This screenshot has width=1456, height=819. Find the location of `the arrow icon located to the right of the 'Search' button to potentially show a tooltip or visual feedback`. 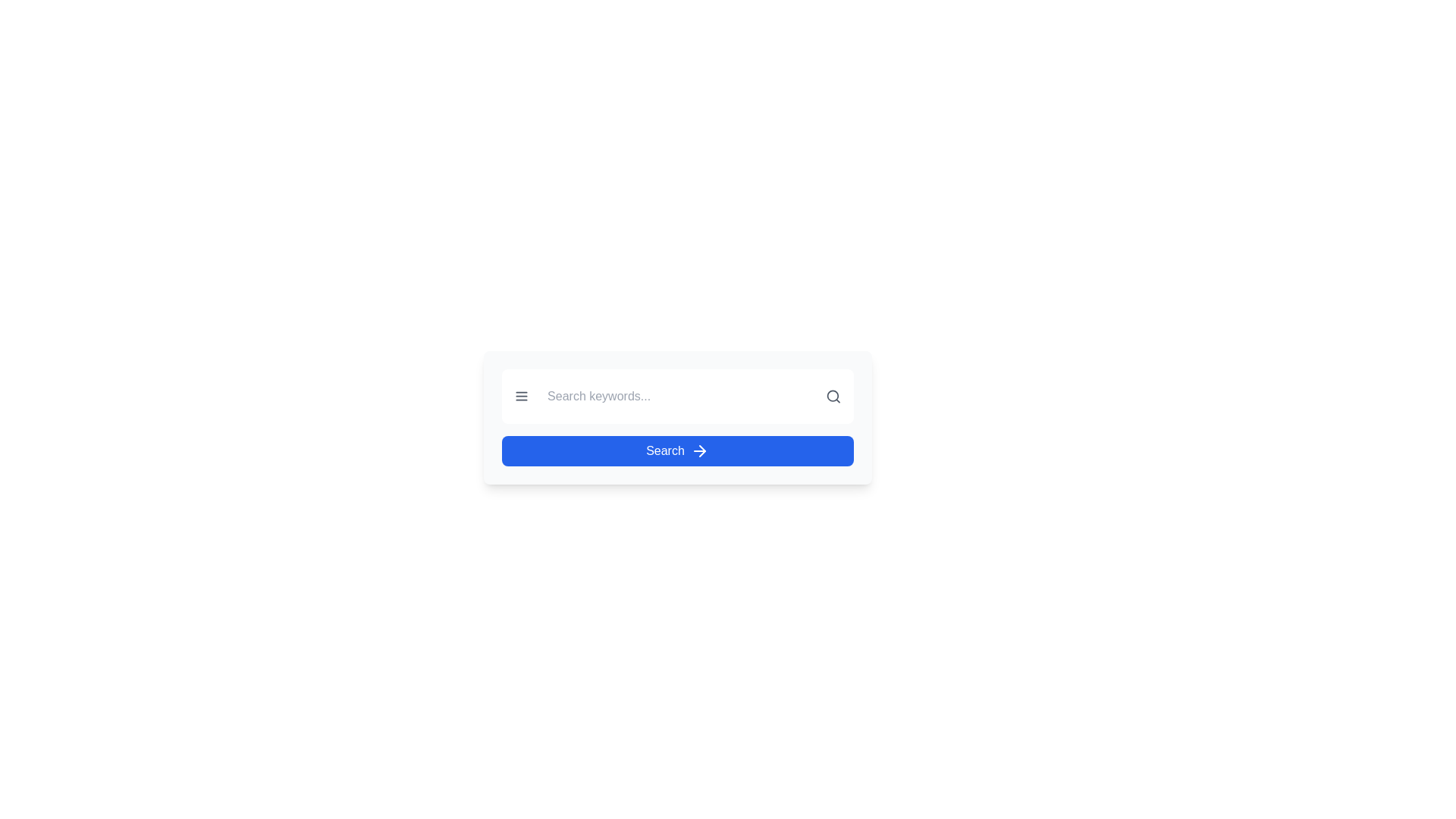

the arrow icon located to the right of the 'Search' button to potentially show a tooltip or visual feedback is located at coordinates (698, 450).